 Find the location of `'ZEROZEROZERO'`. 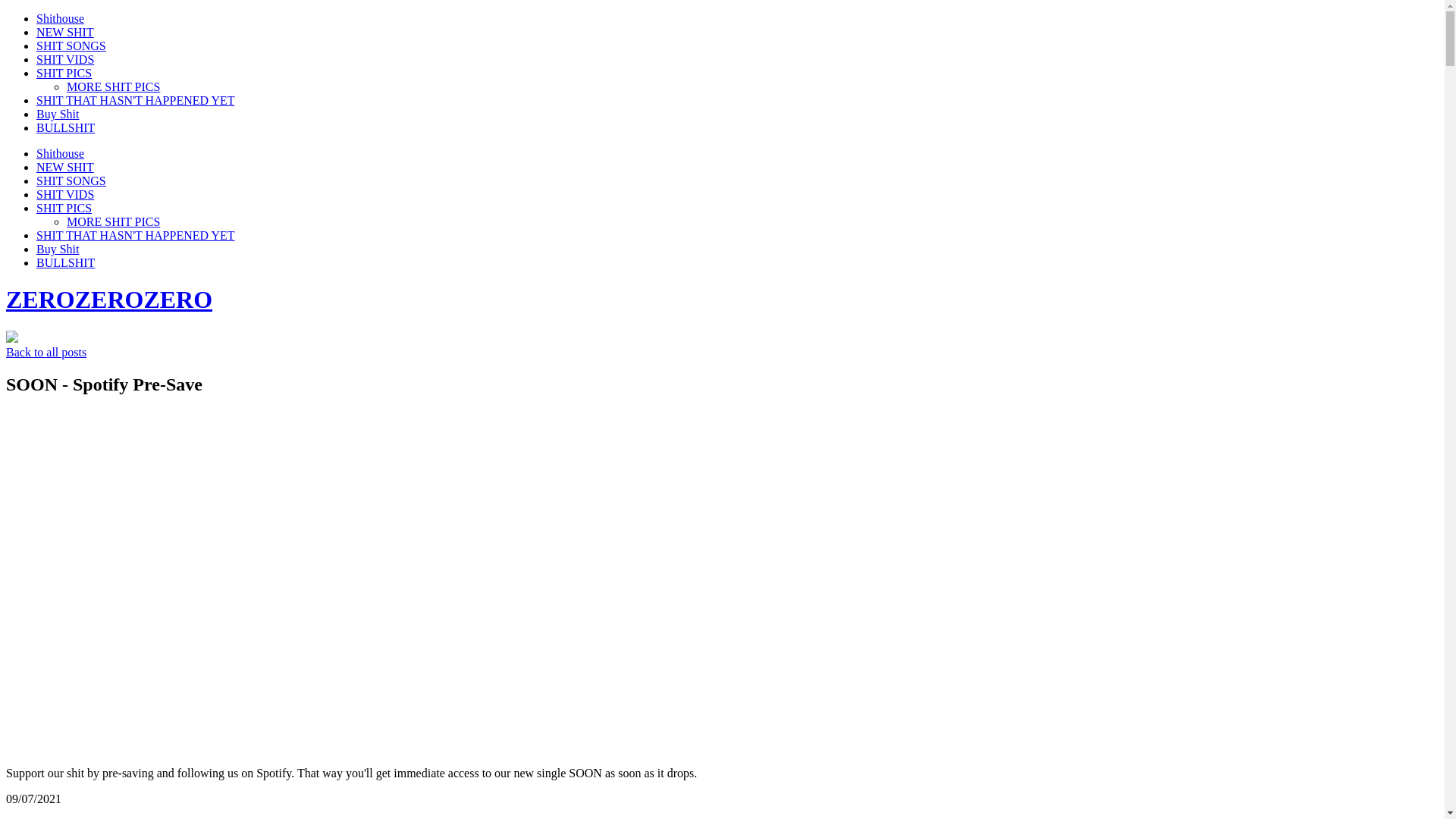

'ZEROZEROZERO' is located at coordinates (108, 299).